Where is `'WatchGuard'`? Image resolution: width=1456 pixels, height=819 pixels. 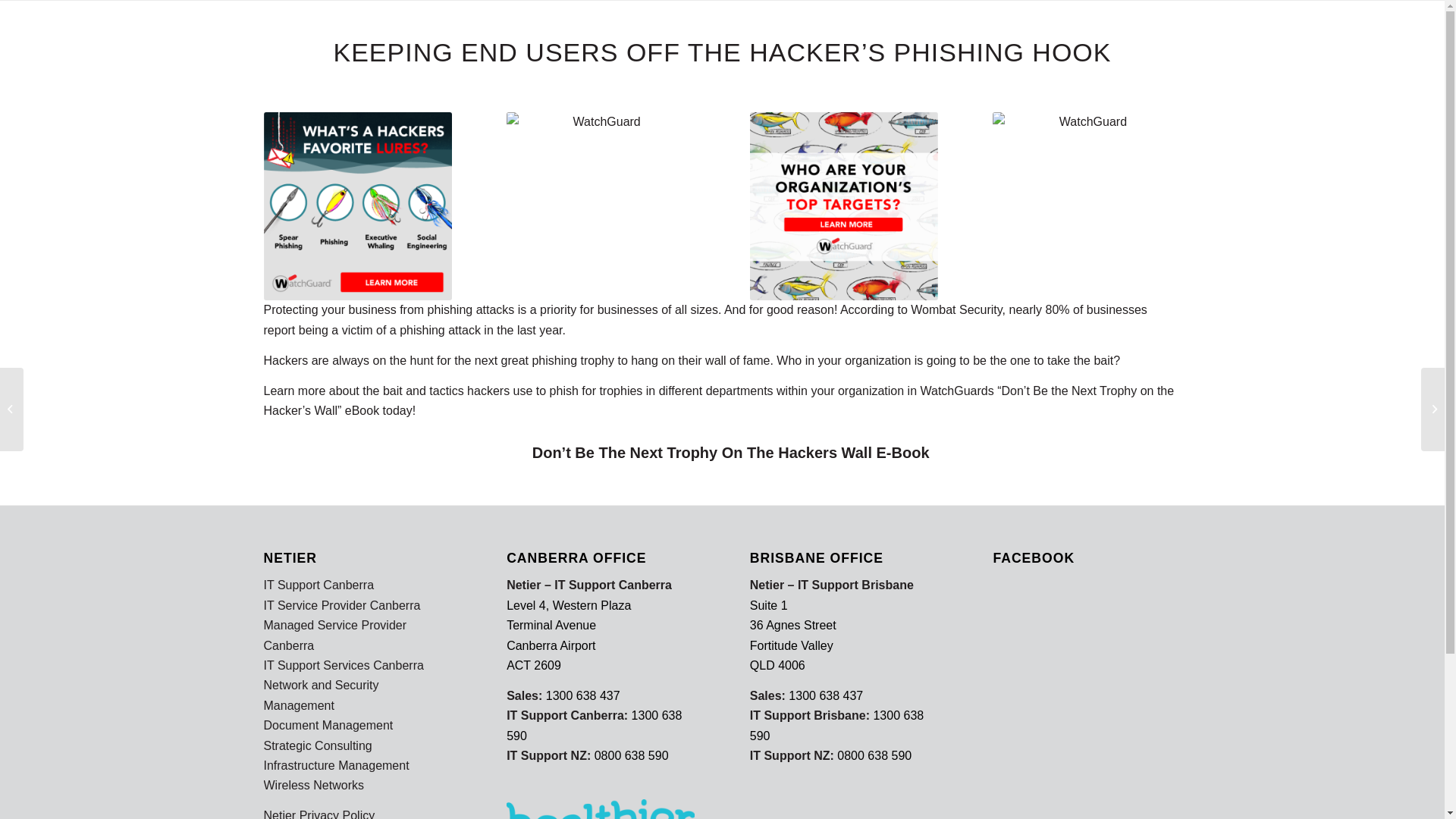
'WatchGuard' is located at coordinates (1086, 206).